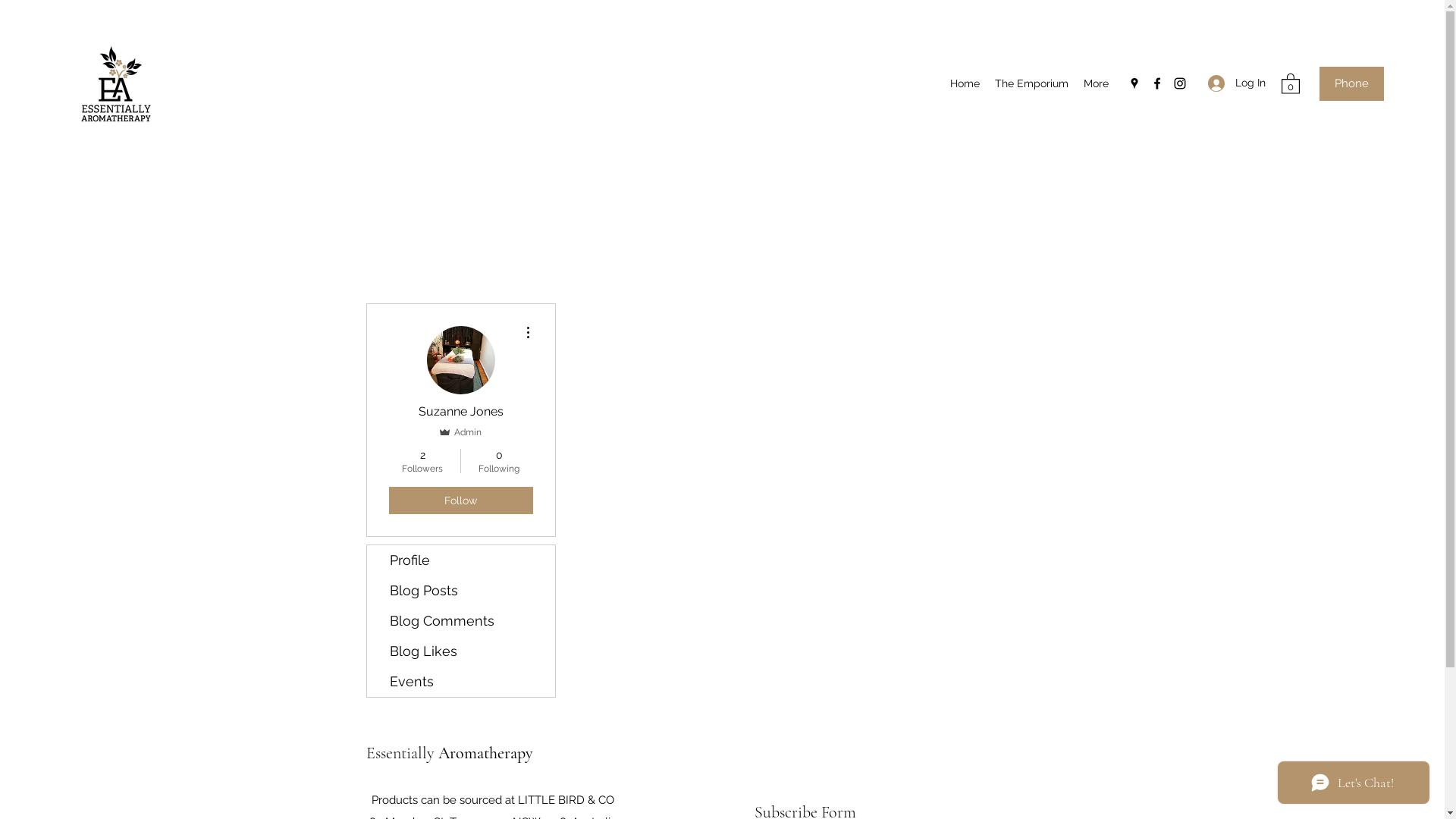 The height and width of the screenshot is (819, 1456). I want to click on 'Blog Comments', so click(460, 620).